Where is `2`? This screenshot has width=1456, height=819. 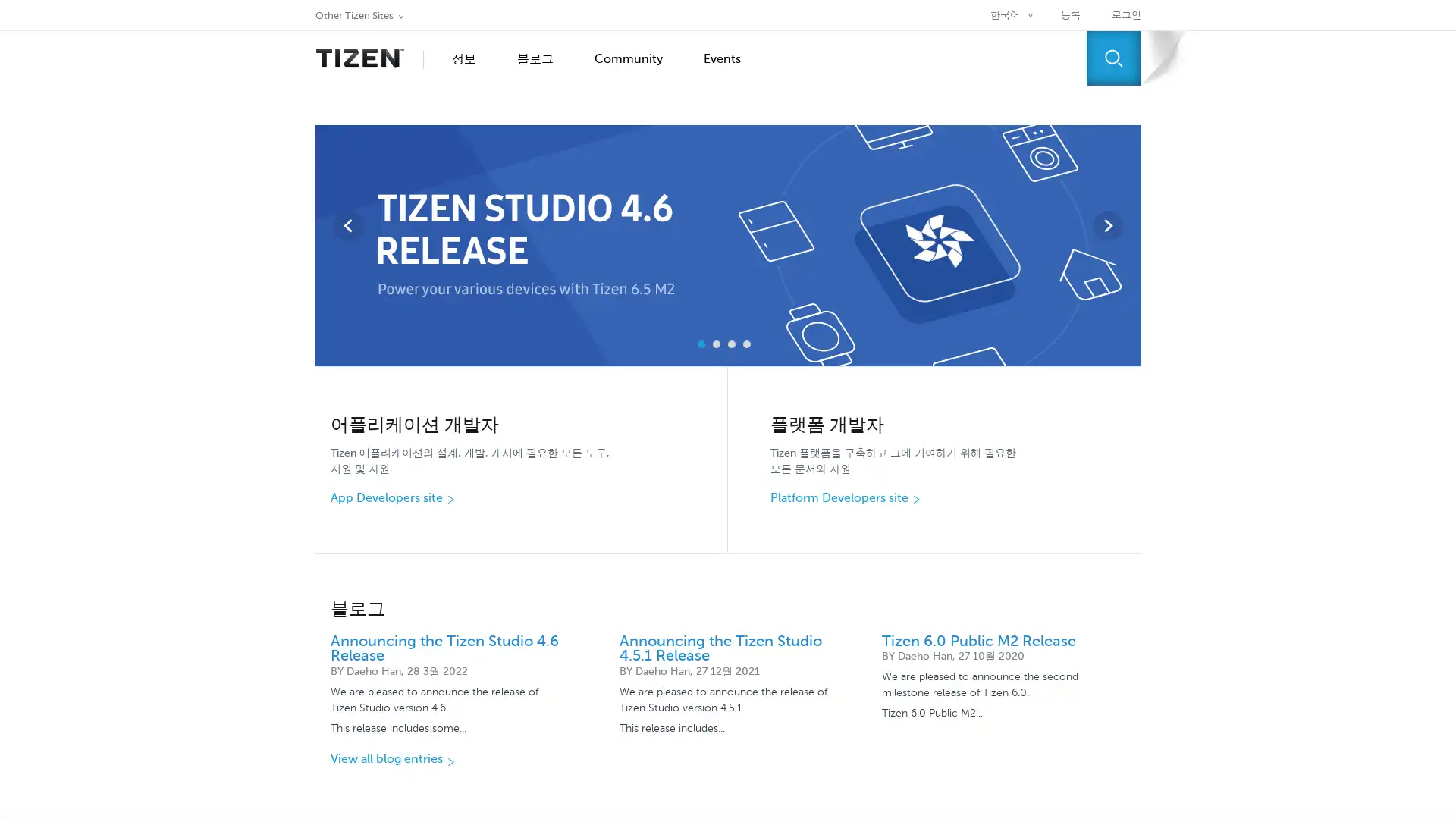
2 is located at coordinates (716, 344).